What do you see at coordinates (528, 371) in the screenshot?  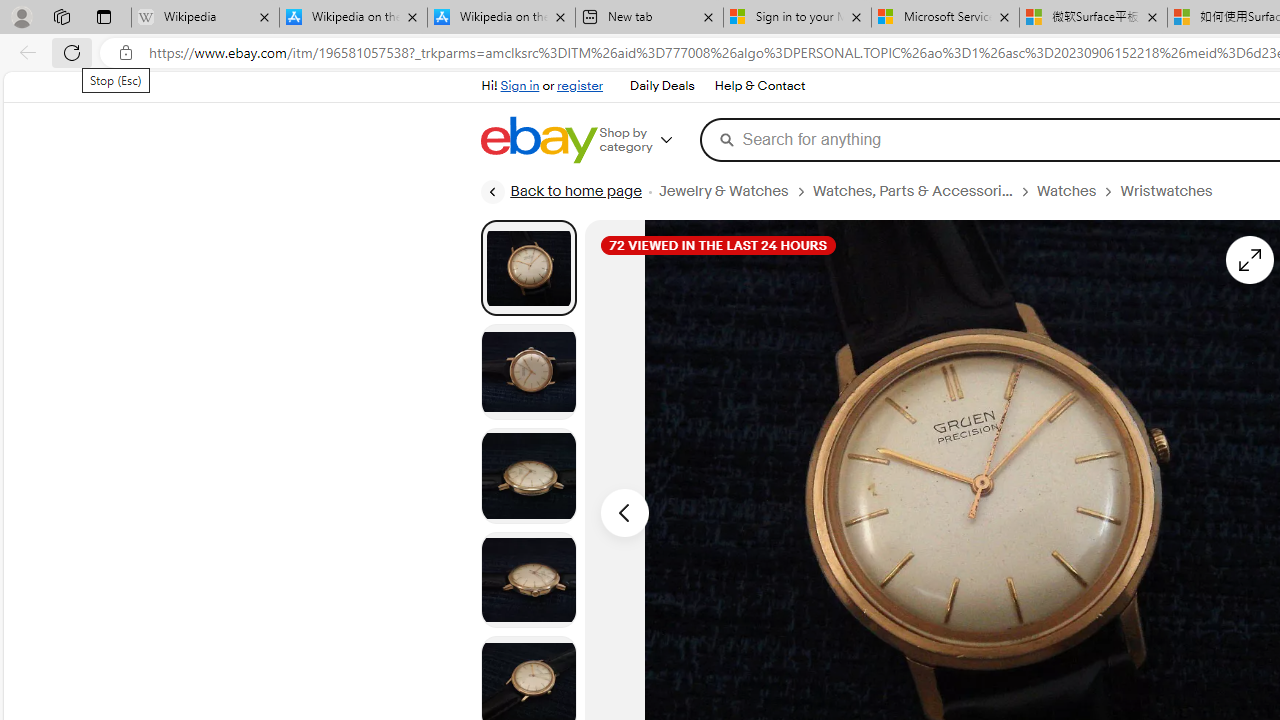 I see `'Picture 2 of 8'` at bounding box center [528, 371].